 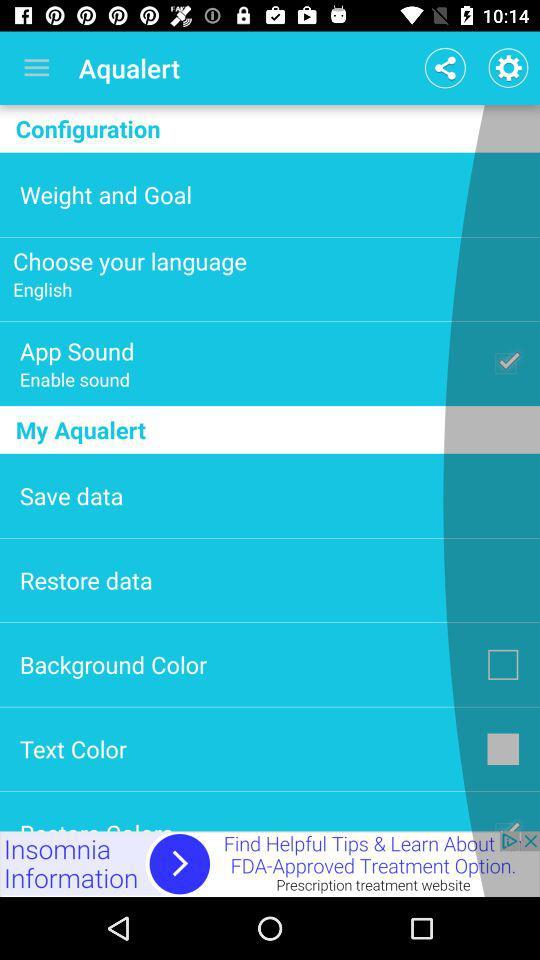 What do you see at coordinates (270, 863) in the screenshot?
I see `advertisement` at bounding box center [270, 863].